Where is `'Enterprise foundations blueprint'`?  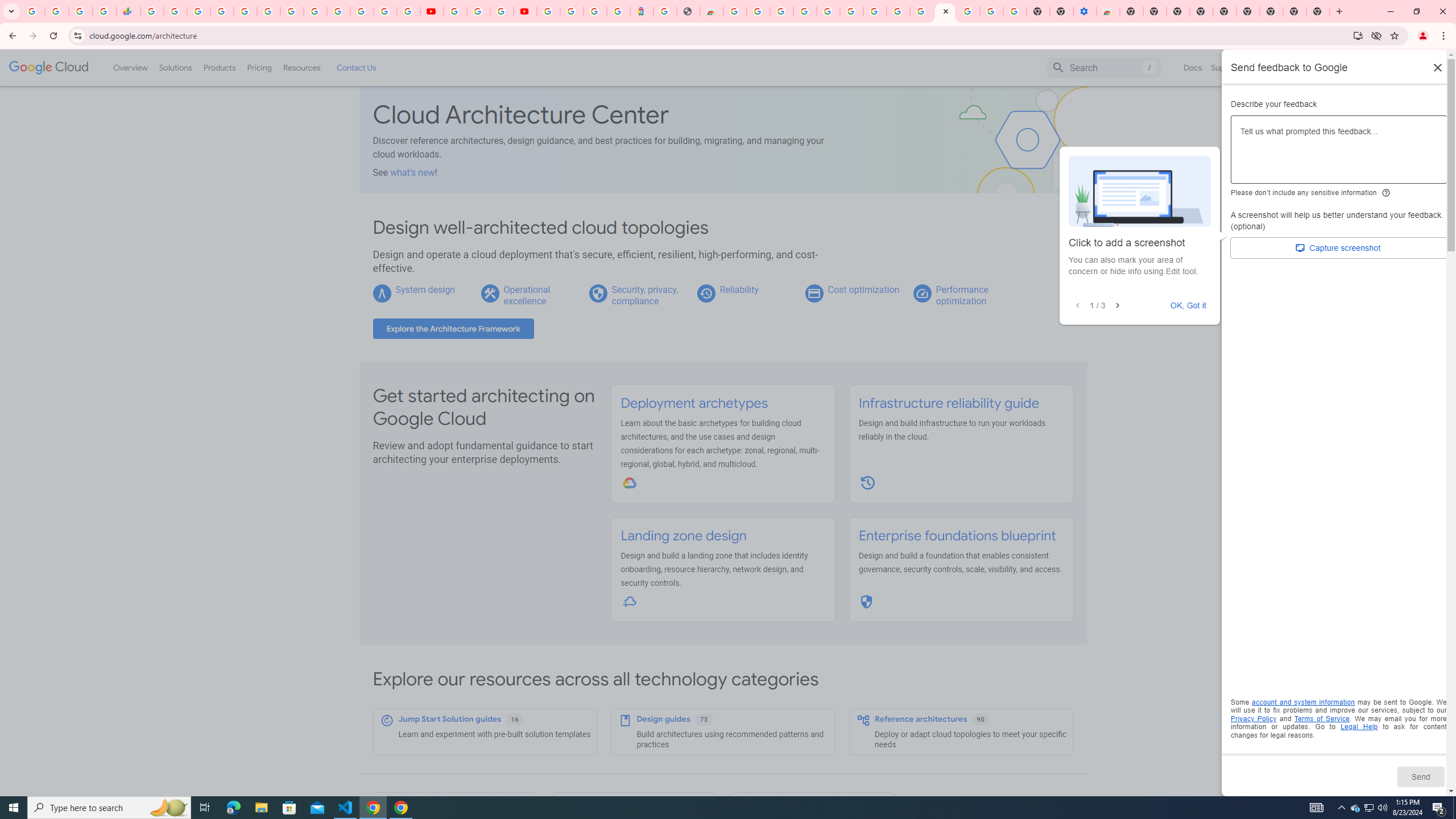 'Enterprise foundations blueprint' is located at coordinates (955, 536).